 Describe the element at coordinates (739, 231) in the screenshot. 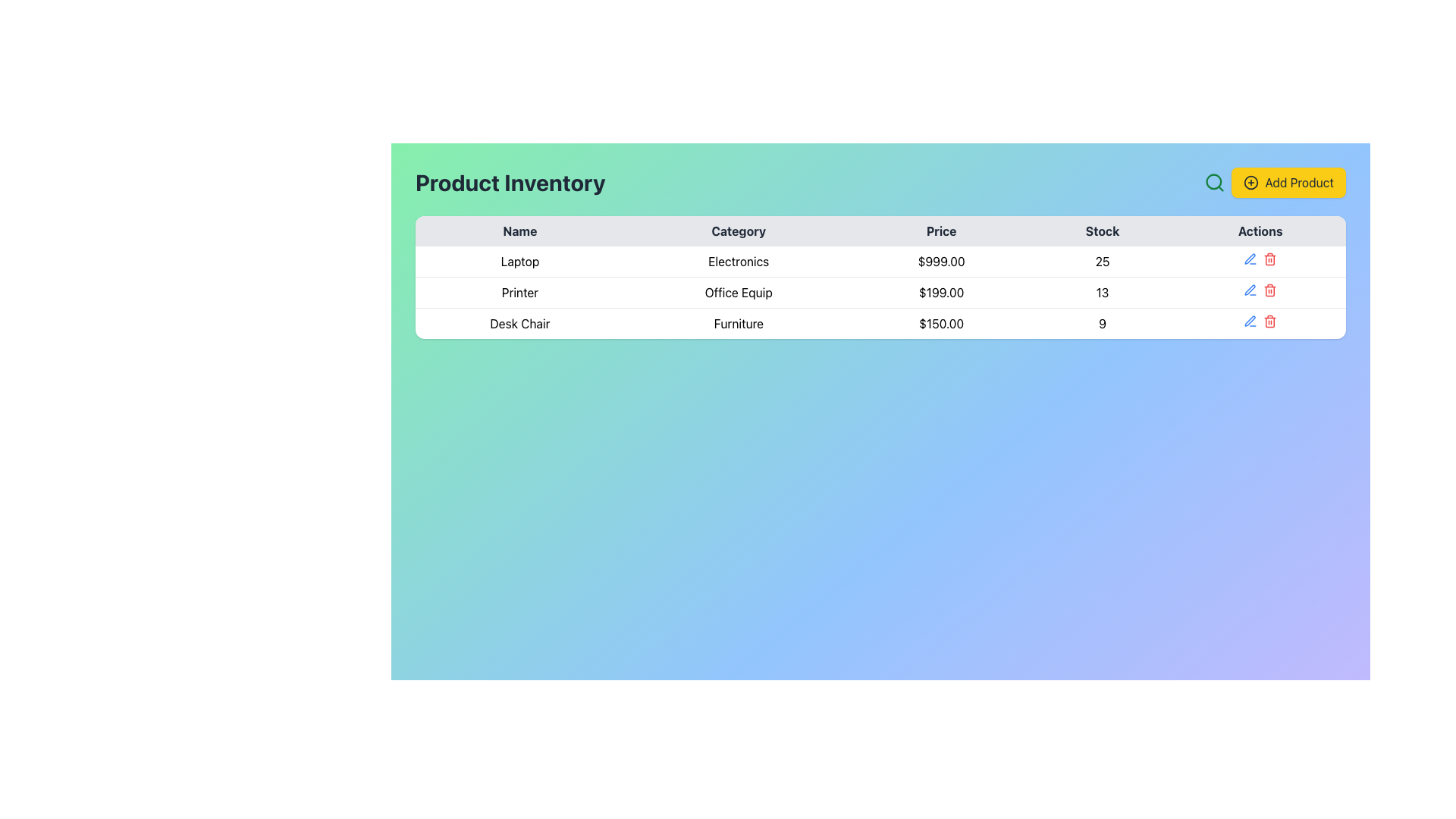

I see `the 'Category' text label in the table header` at that location.